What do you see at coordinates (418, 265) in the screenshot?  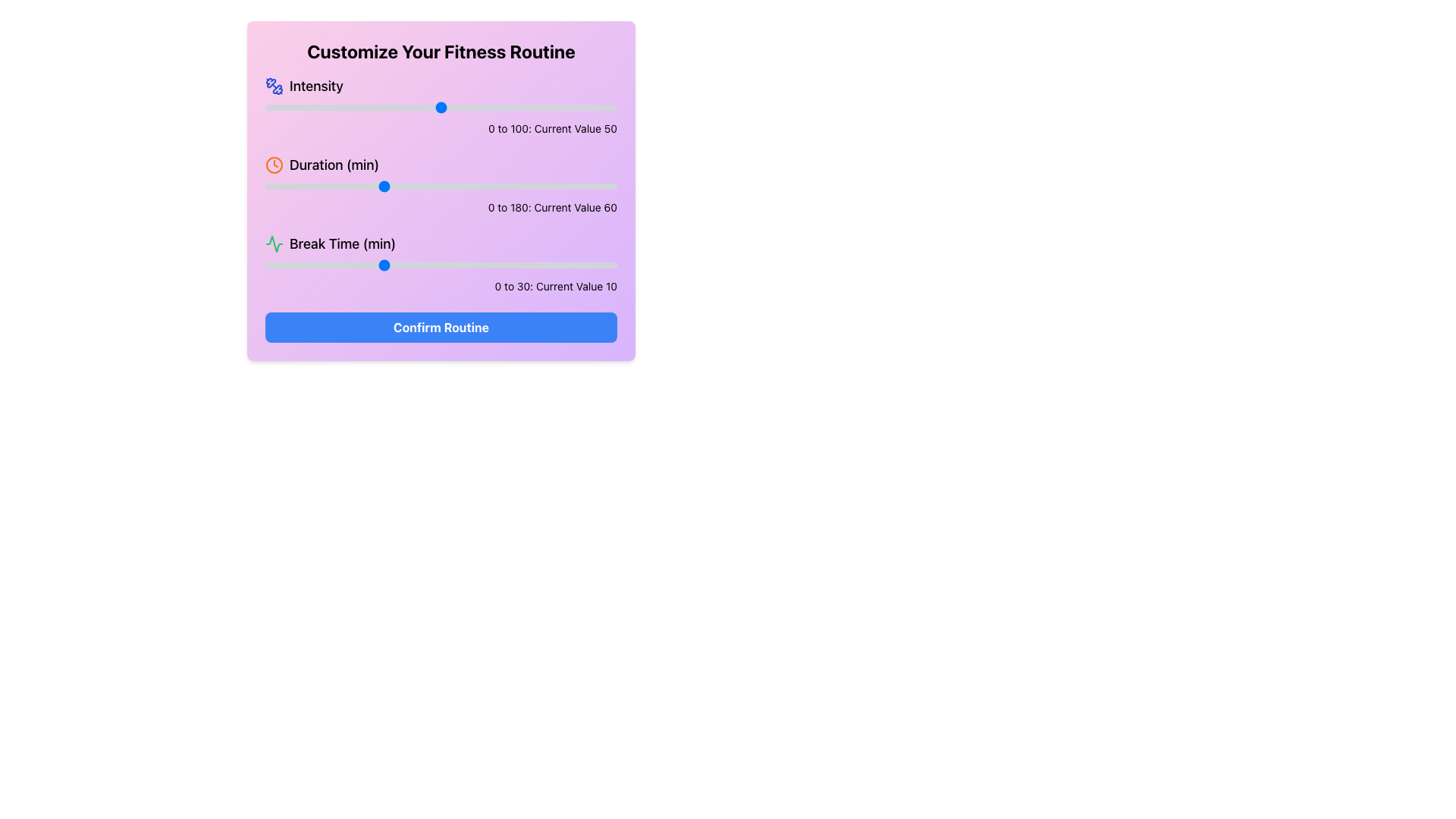 I see `the break time` at bounding box center [418, 265].